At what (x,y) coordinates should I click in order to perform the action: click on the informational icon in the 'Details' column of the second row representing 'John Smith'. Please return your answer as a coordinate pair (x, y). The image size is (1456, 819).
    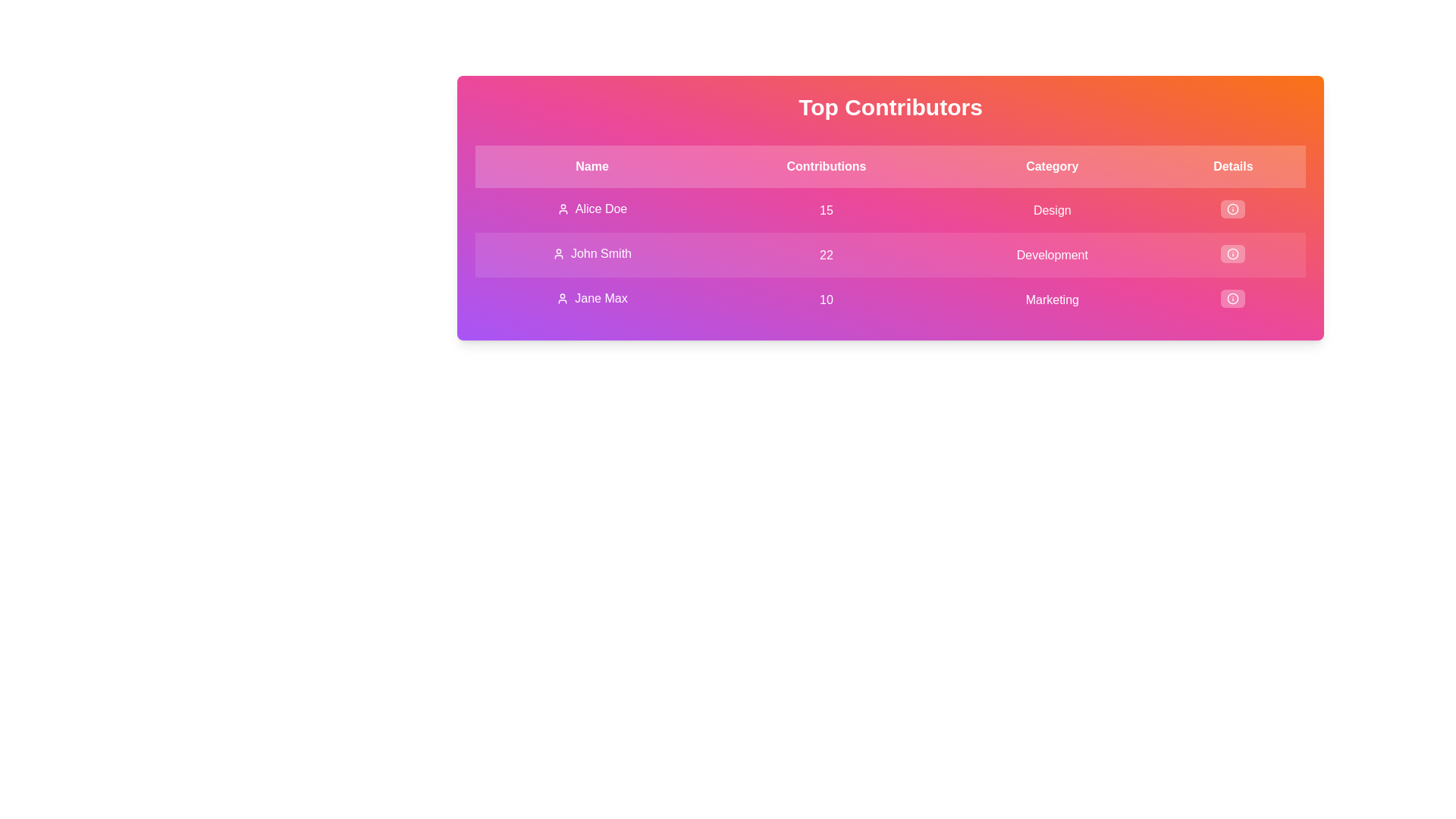
    Looking at the image, I should click on (1233, 253).